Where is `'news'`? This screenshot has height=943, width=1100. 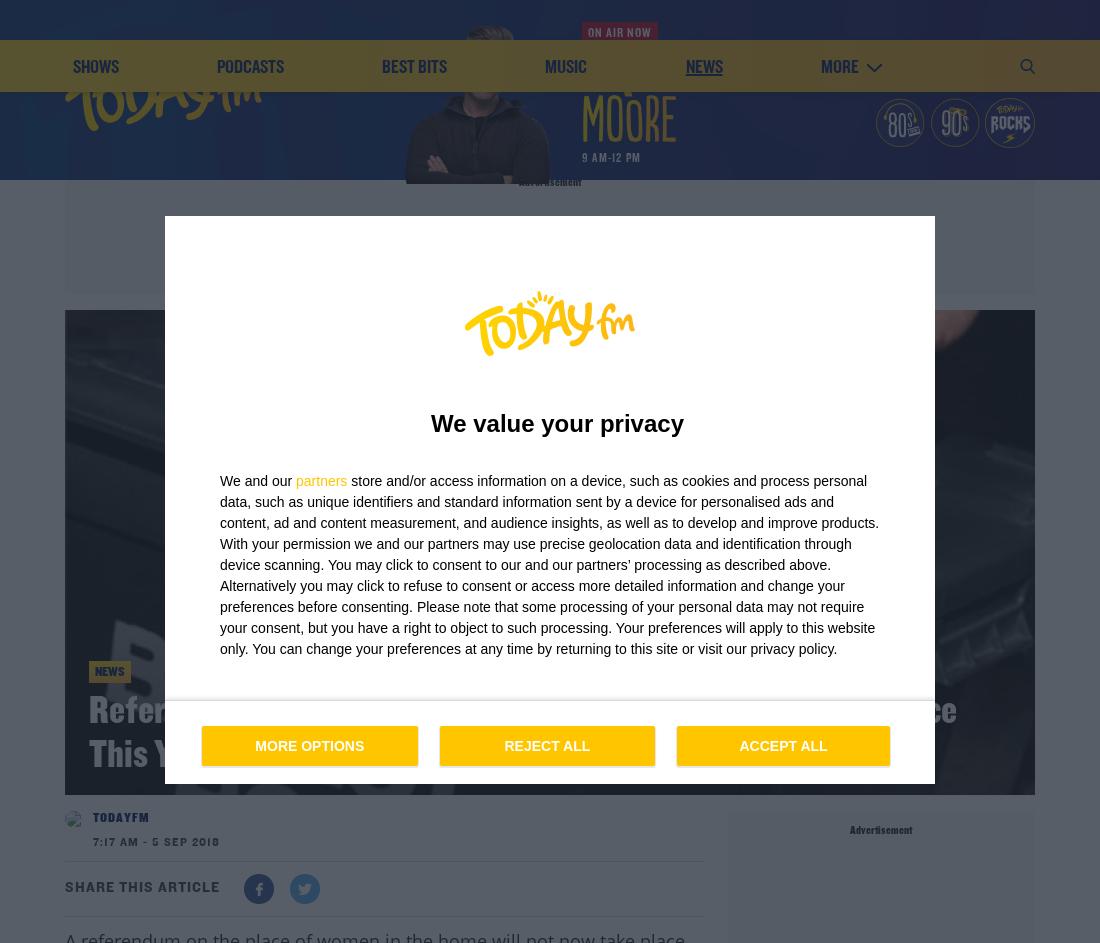 'news' is located at coordinates (702, 207).